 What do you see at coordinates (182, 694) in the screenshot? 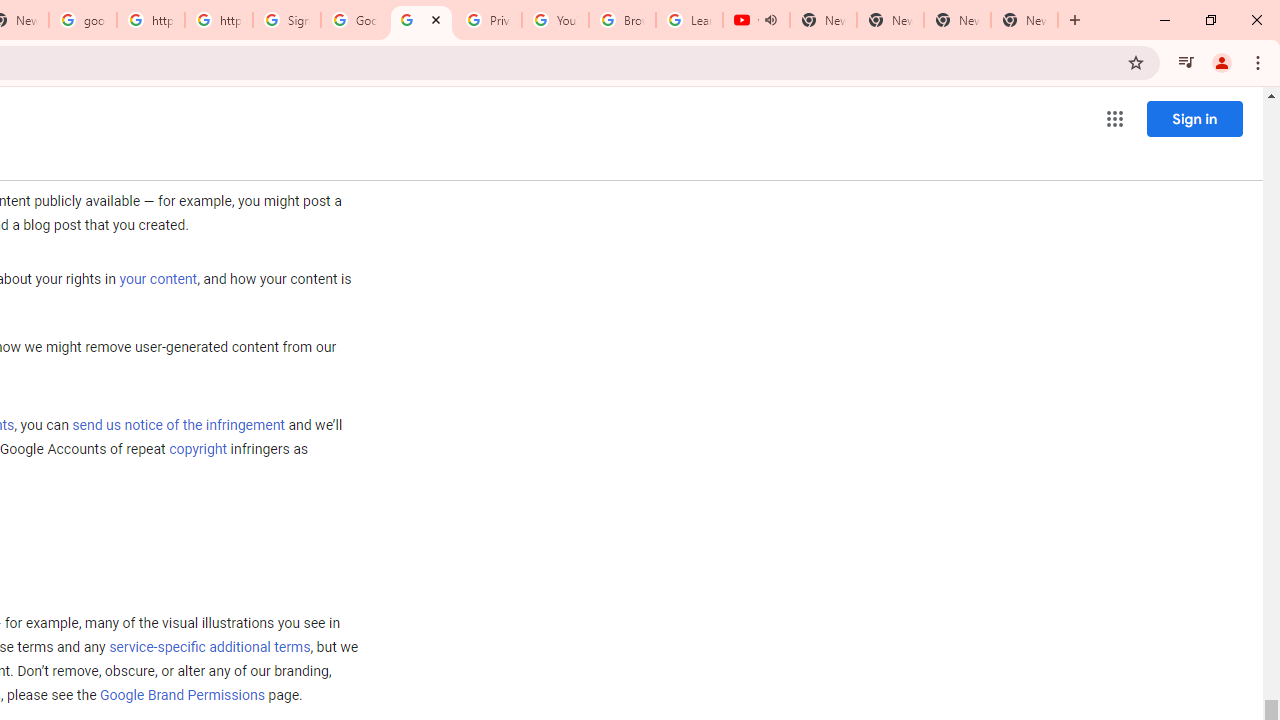
I see `'Google Brand Permissions'` at bounding box center [182, 694].